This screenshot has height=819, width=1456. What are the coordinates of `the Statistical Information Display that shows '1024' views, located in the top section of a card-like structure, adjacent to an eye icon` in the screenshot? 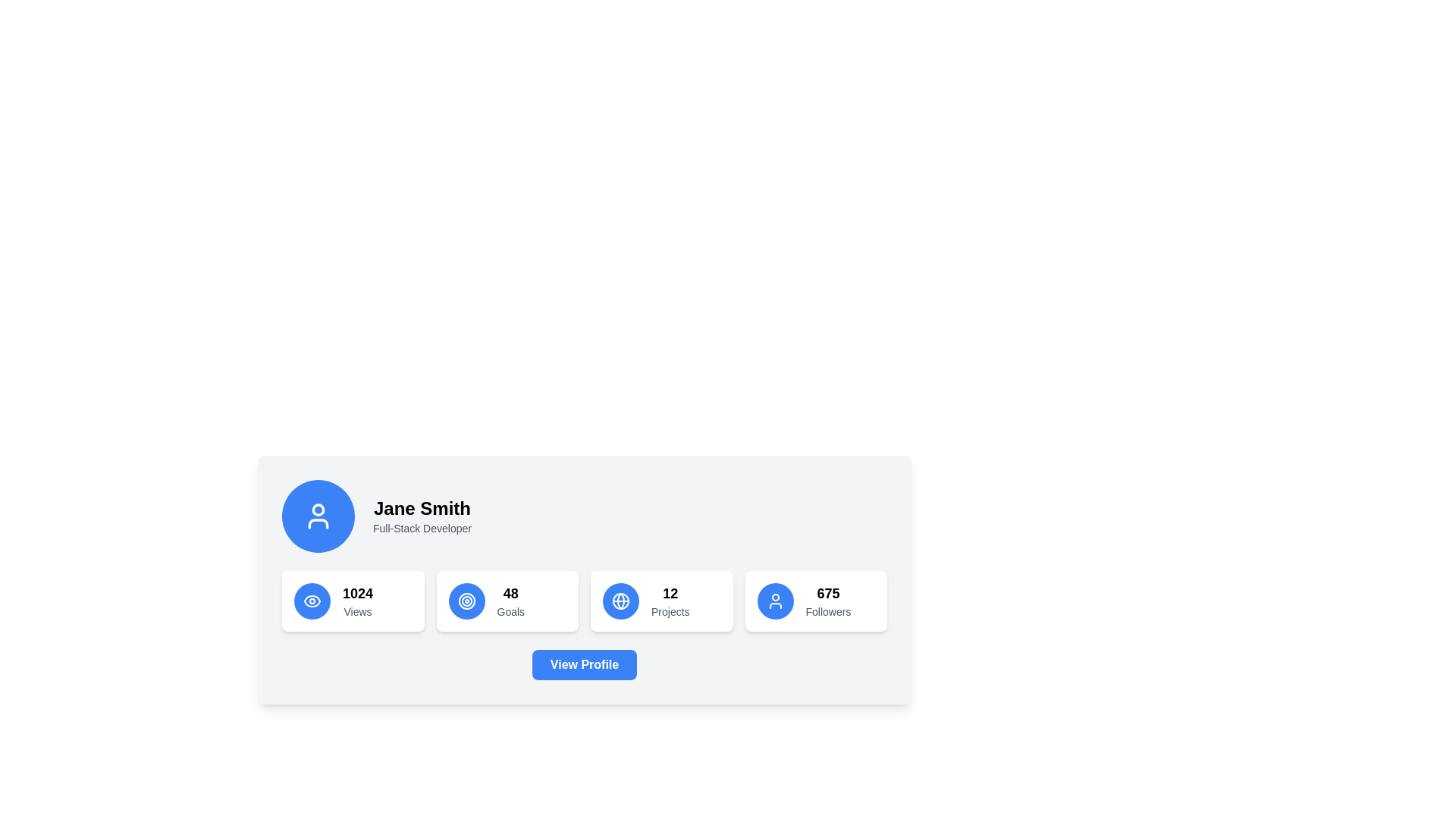 It's located at (356, 601).